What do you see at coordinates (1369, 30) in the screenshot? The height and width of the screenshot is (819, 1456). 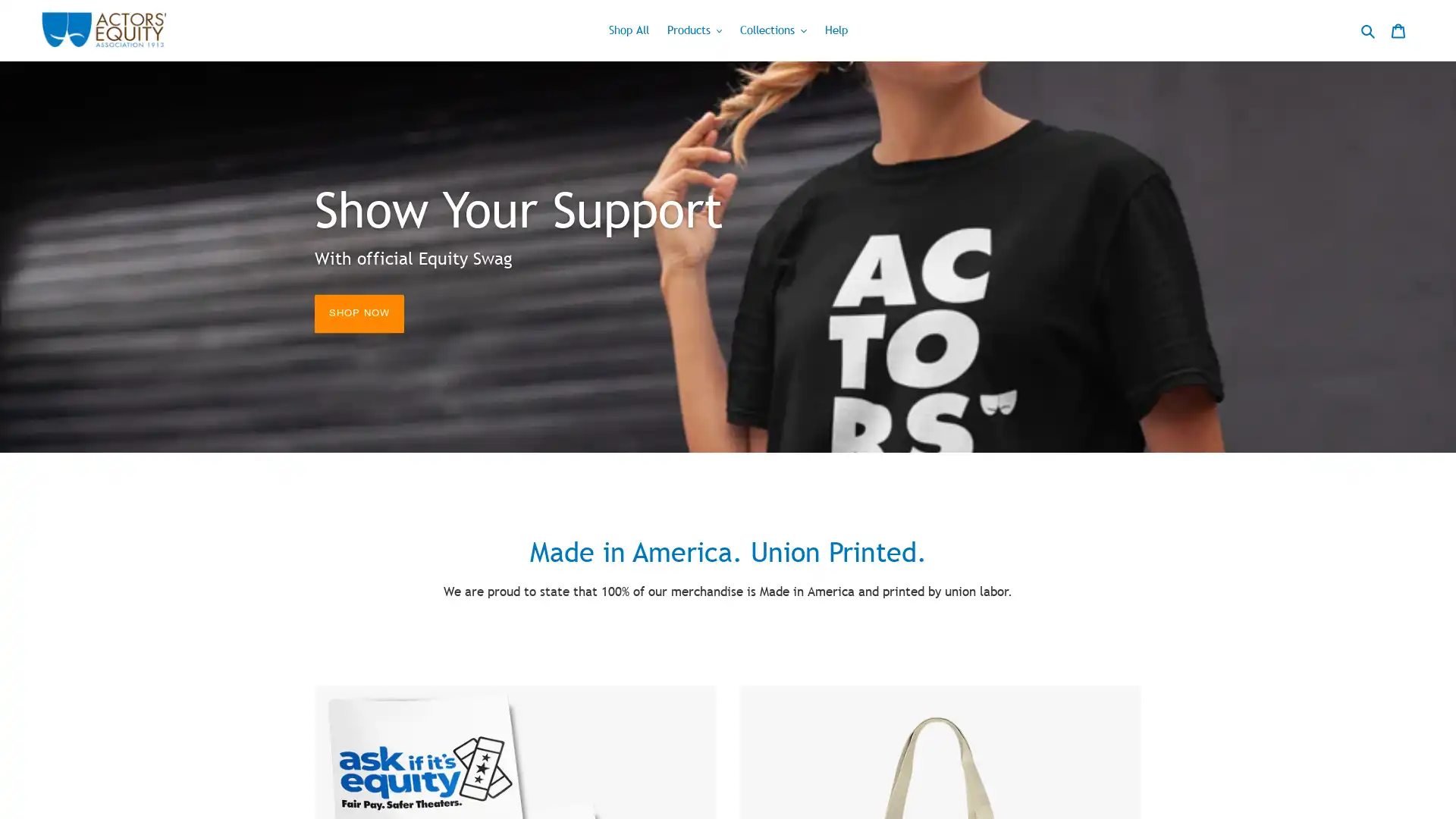 I see `Search` at bounding box center [1369, 30].